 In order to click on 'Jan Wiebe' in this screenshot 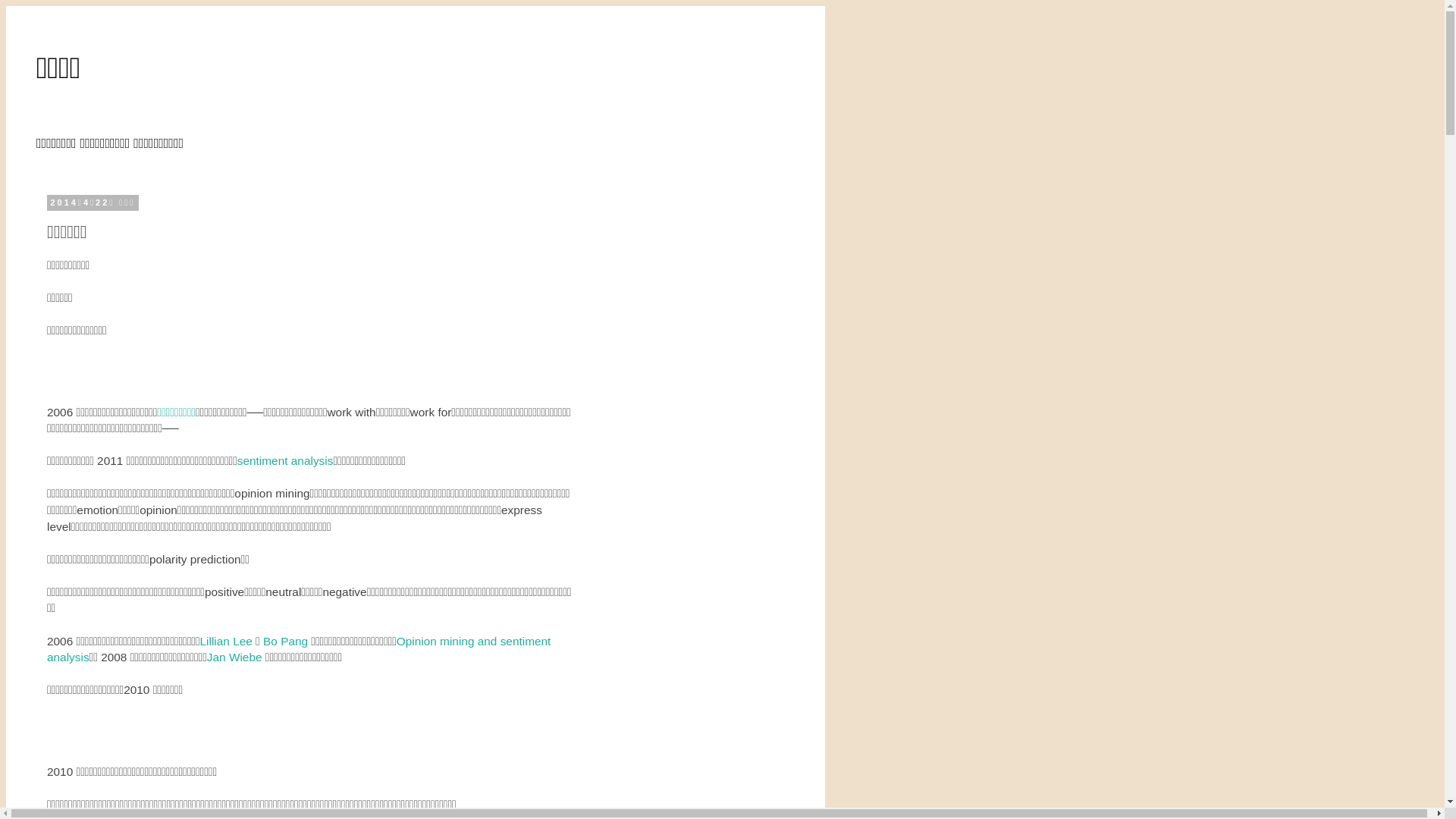, I will do `click(234, 656)`.